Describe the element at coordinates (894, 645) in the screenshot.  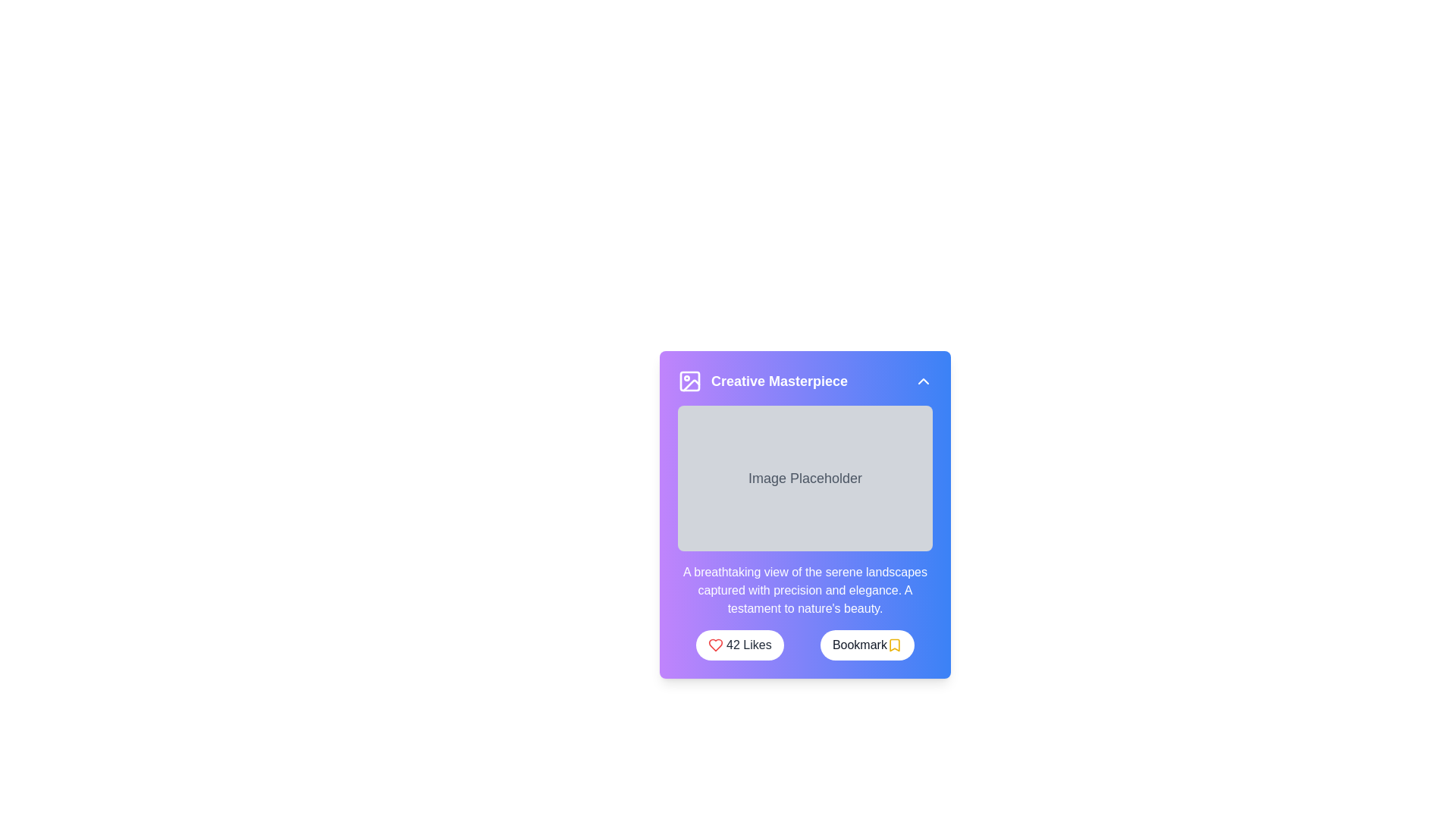
I see `the yellow bookmark-shaped icon located to the left of the 'Bookmark' text inside the white oval button at the bottom-right of the card` at that location.